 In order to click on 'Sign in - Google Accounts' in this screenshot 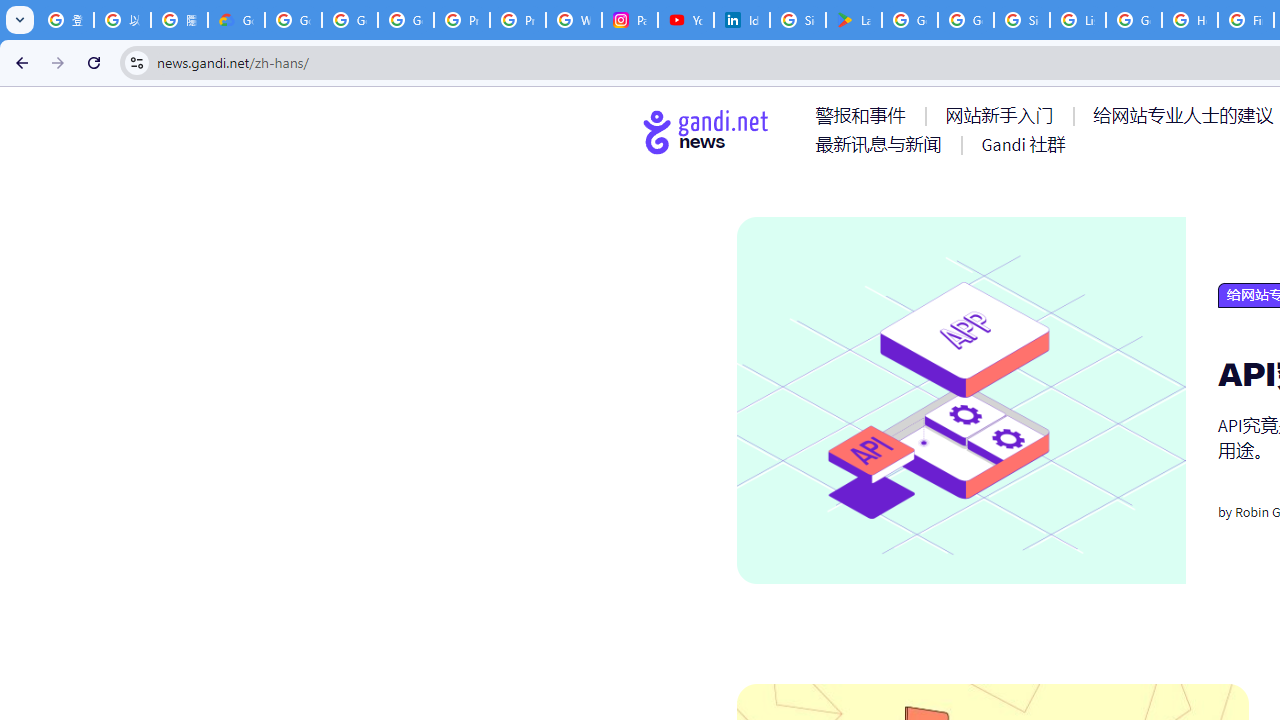, I will do `click(1022, 20)`.